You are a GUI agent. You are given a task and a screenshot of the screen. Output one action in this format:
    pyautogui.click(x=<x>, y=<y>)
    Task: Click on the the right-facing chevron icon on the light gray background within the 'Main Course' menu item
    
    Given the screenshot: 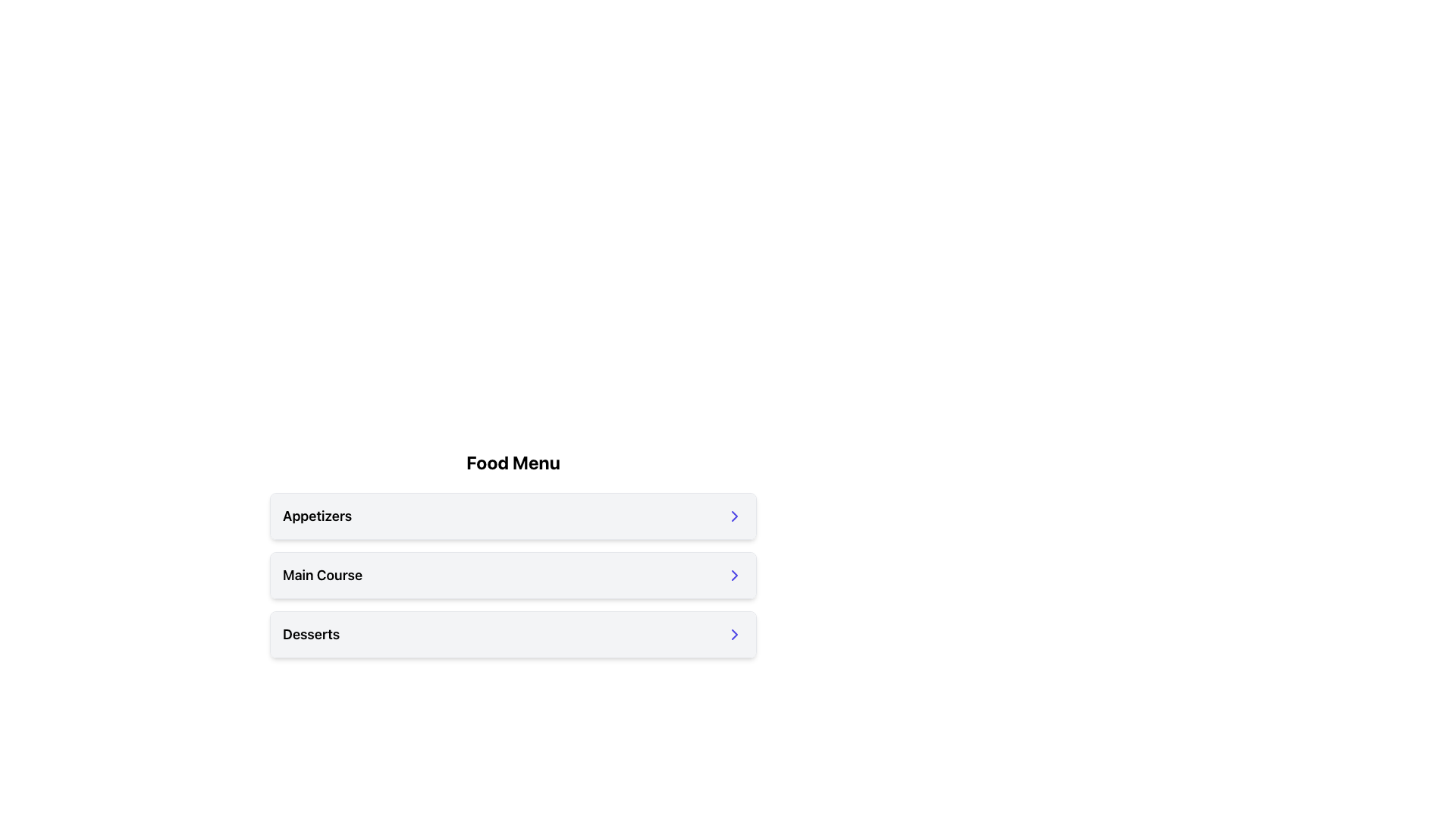 What is the action you would take?
    pyautogui.click(x=735, y=576)
    